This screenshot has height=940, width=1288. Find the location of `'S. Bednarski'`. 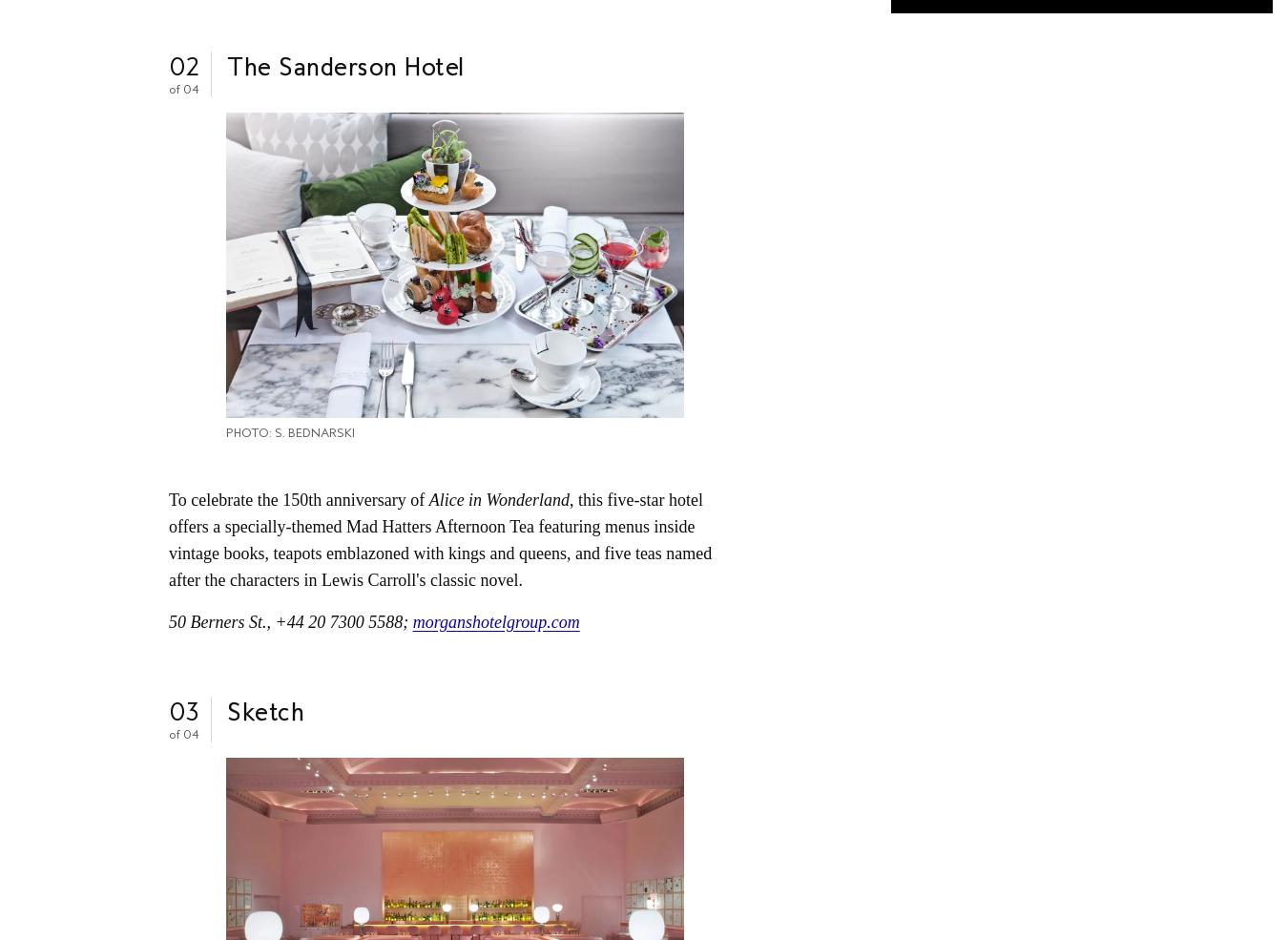

'S. Bednarski' is located at coordinates (313, 430).